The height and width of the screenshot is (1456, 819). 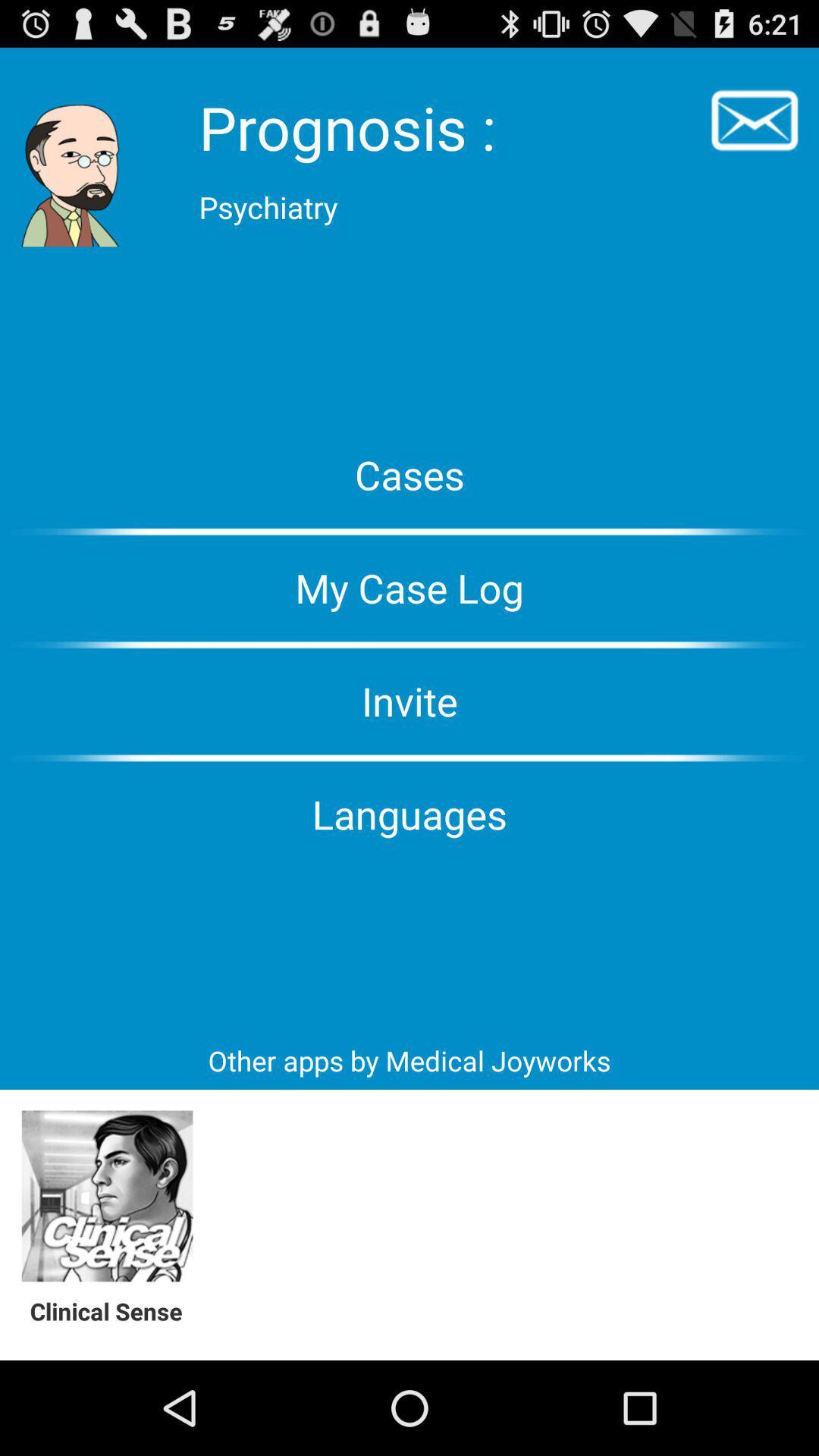 What do you see at coordinates (106, 1196) in the screenshot?
I see `clinical sense` at bounding box center [106, 1196].